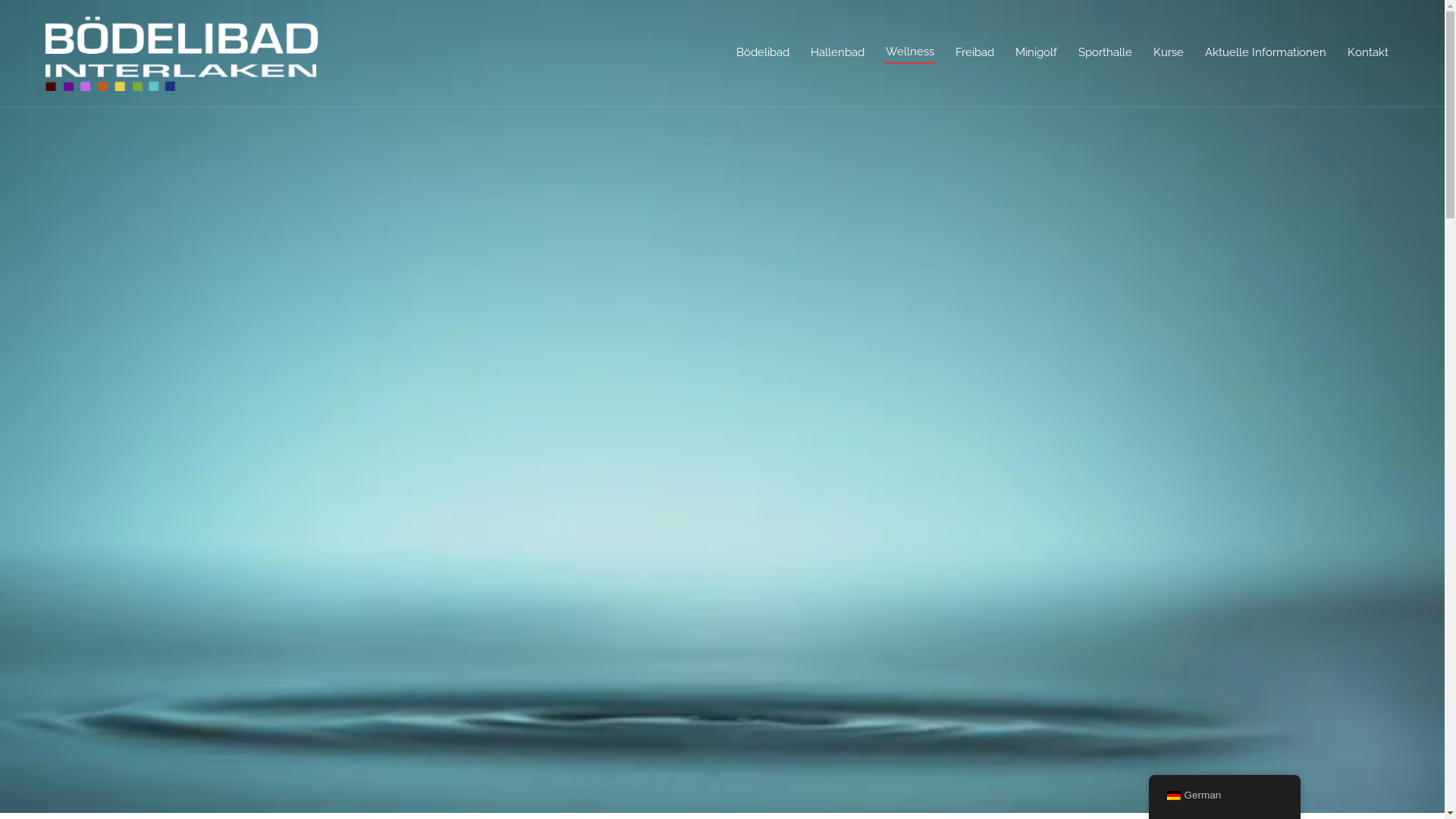 The height and width of the screenshot is (819, 1456). I want to click on 'Wellness', so click(910, 52).